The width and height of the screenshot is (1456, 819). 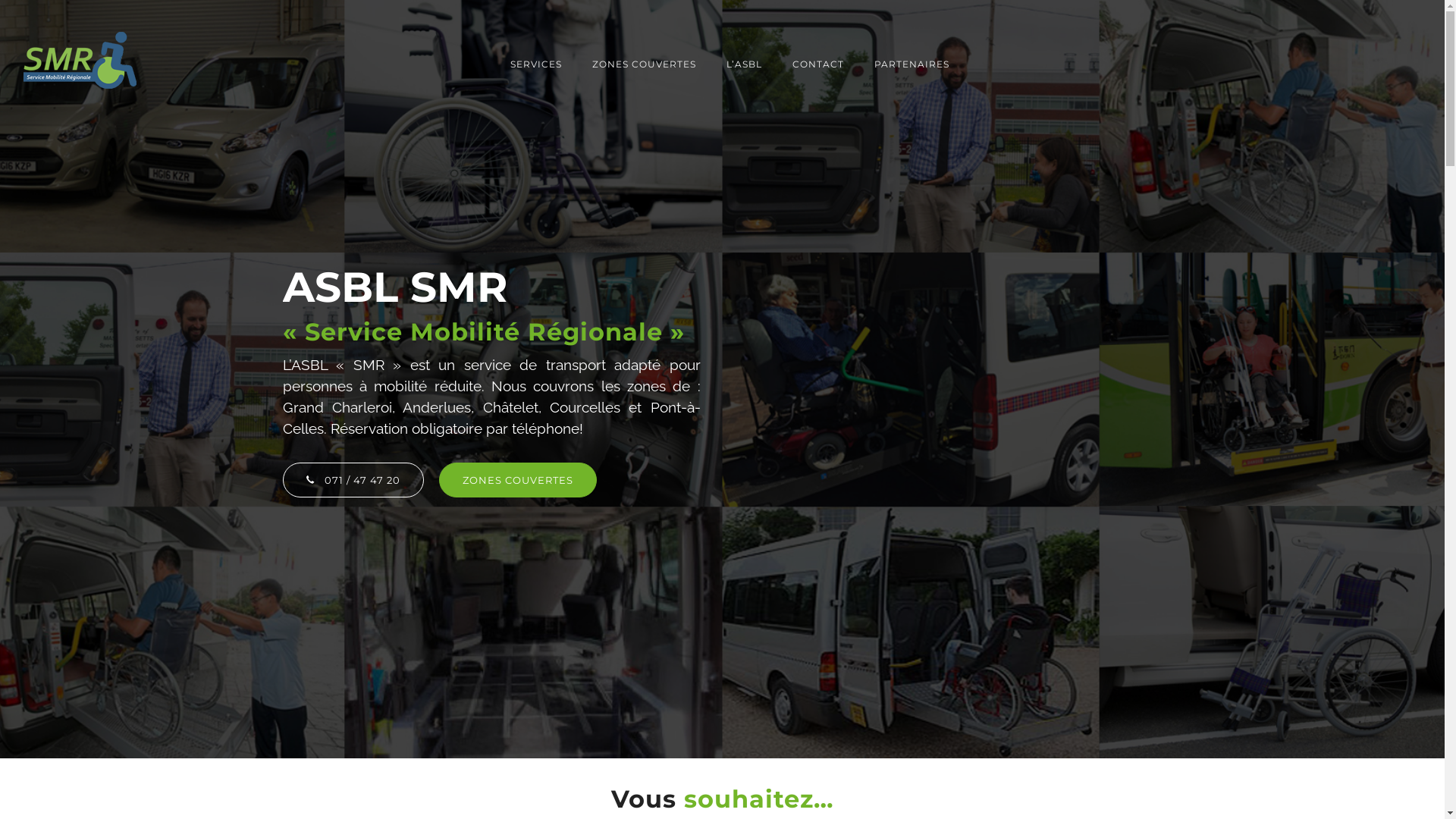 What do you see at coordinates (904, 63) in the screenshot?
I see `'PARTENAIRES'` at bounding box center [904, 63].